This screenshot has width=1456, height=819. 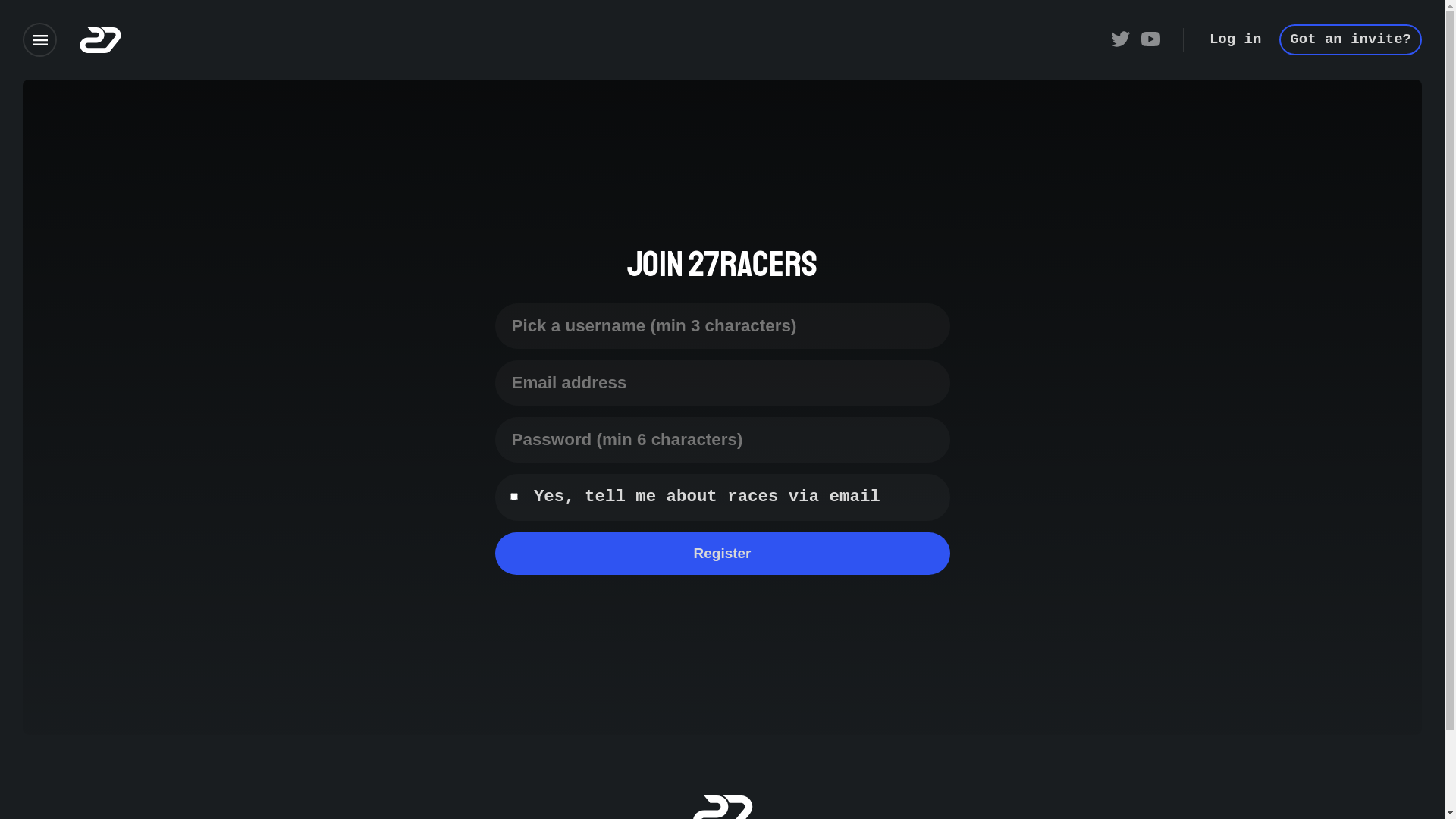 I want to click on 'Got an invite?', so click(x=1350, y=39).